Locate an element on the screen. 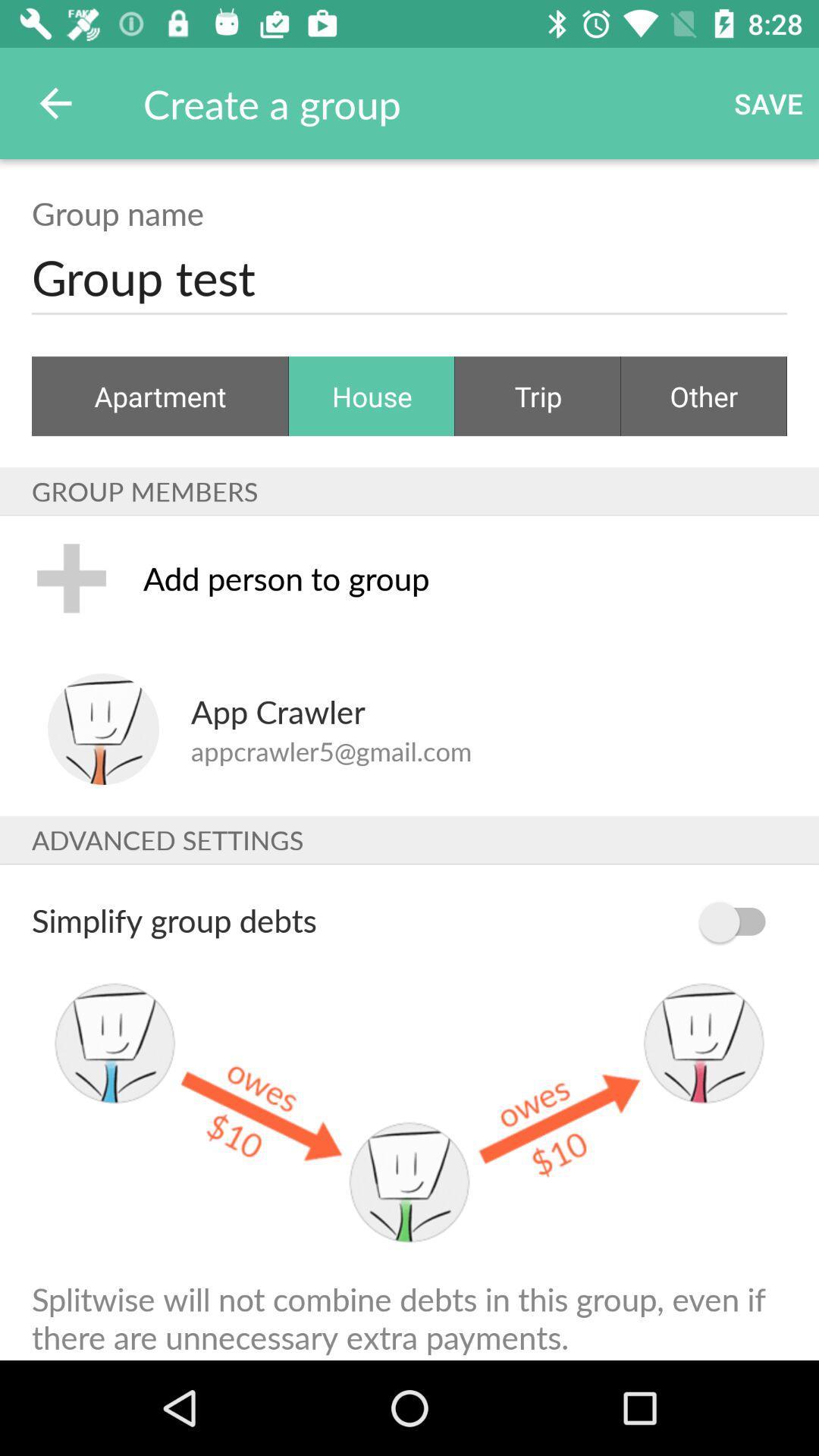 The width and height of the screenshot is (819, 1456). icon above the group name icon is located at coordinates (55, 102).